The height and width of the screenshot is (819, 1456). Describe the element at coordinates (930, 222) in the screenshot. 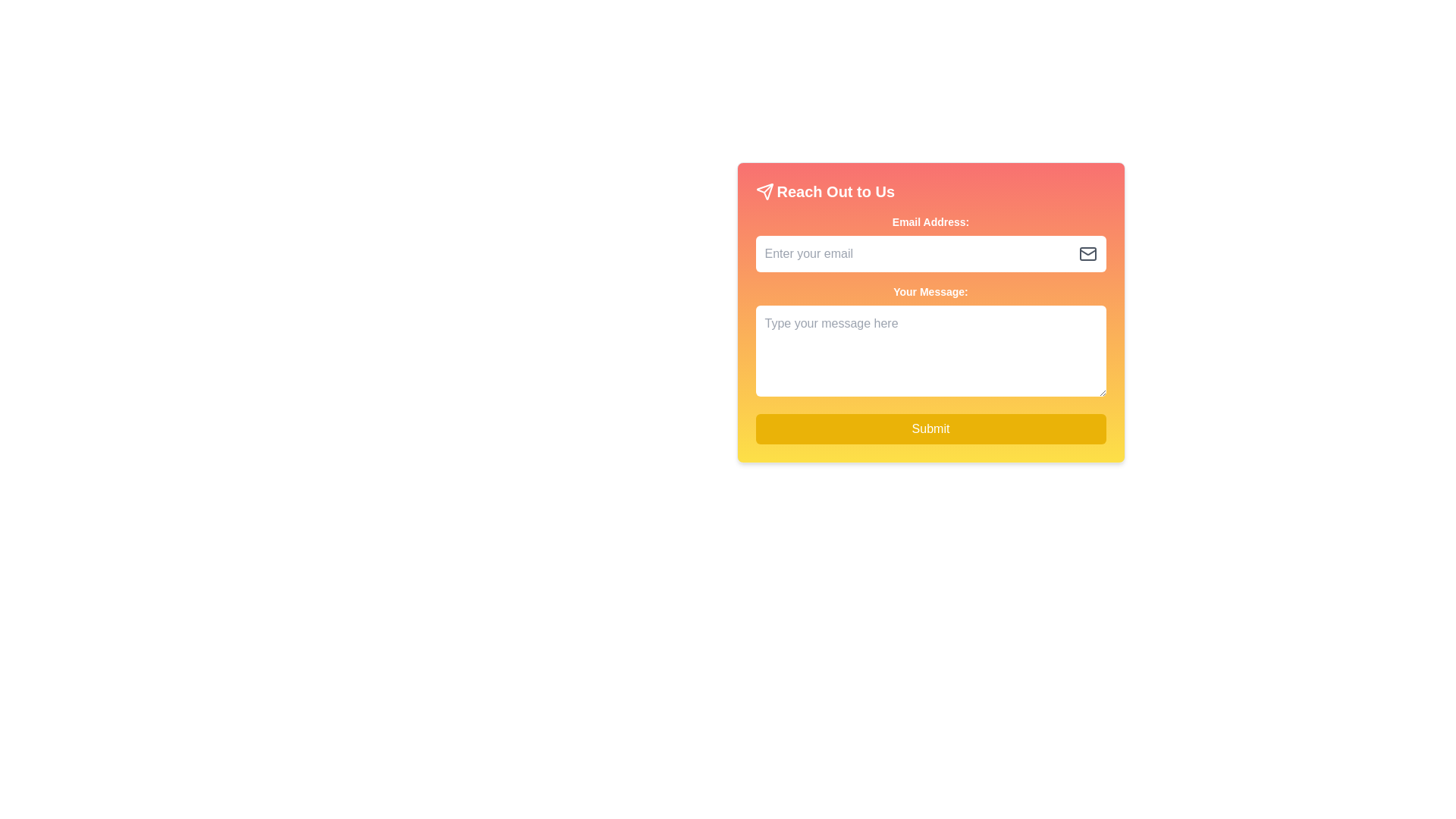

I see `the label indicating the email input field, which is positioned at the top of the form above the email input` at that location.